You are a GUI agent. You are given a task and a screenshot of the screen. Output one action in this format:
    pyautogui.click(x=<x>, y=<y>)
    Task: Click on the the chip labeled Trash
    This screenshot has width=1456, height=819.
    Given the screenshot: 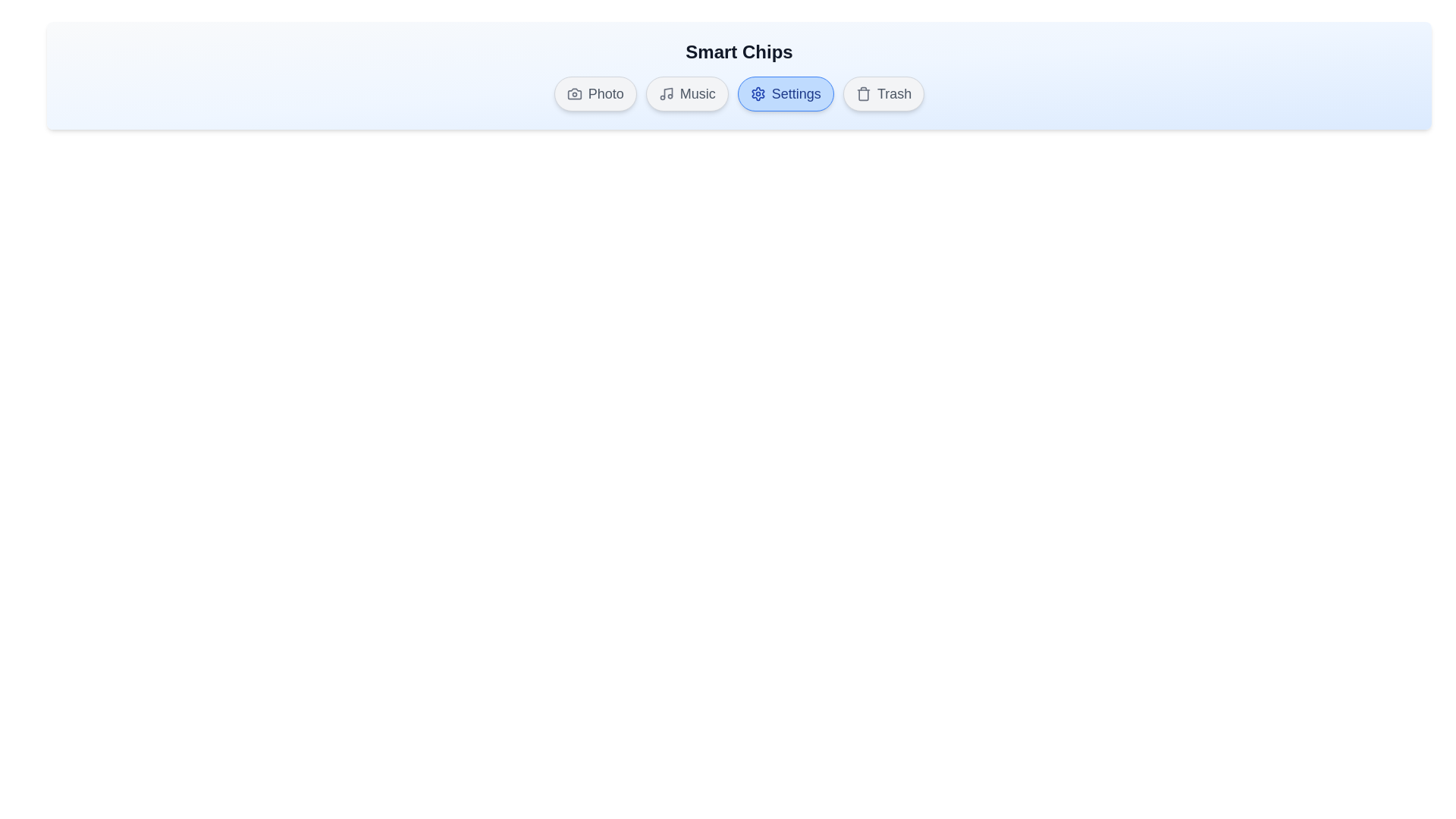 What is the action you would take?
    pyautogui.click(x=883, y=93)
    